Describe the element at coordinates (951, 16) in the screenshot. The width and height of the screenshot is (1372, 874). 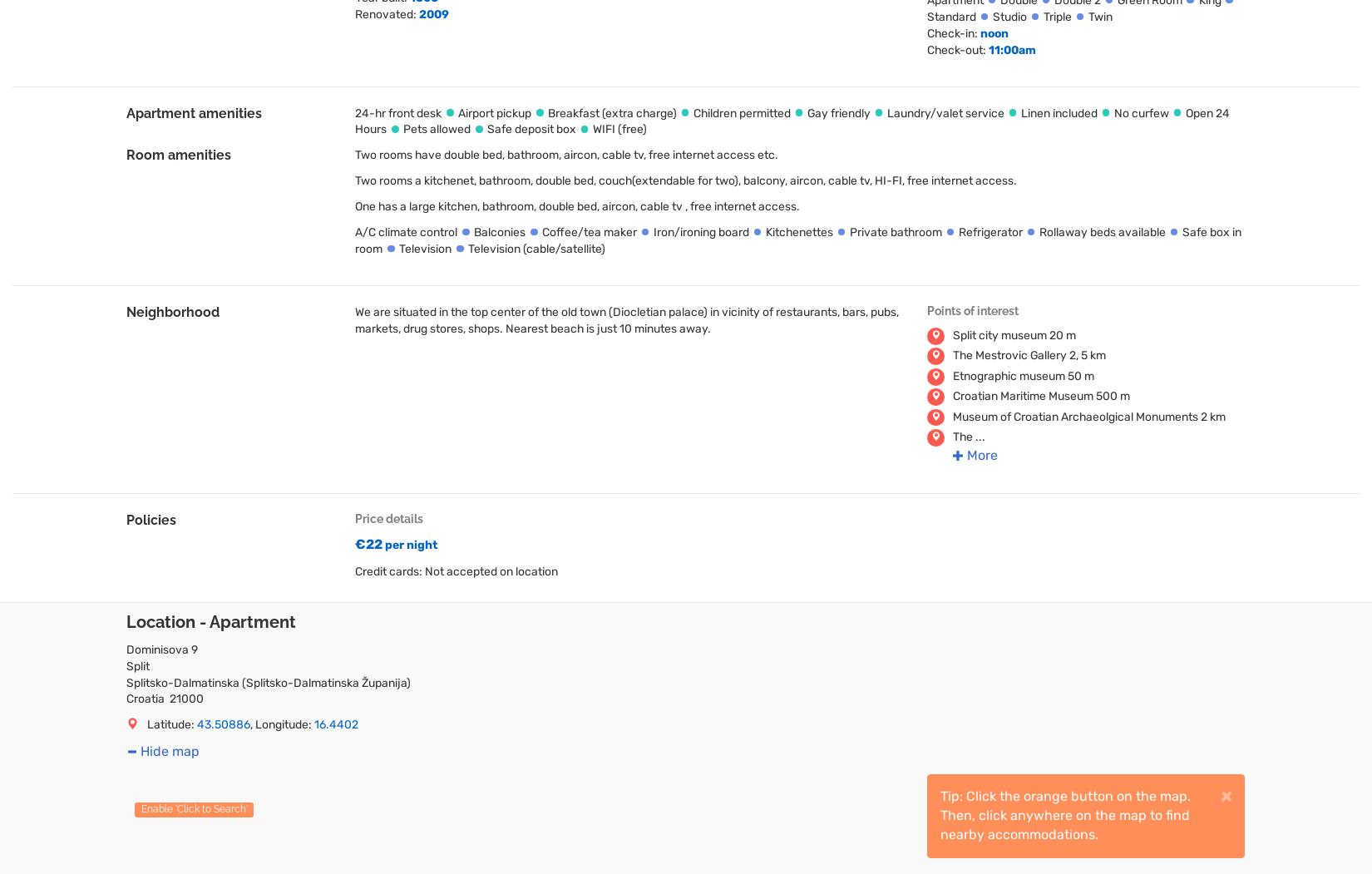
I see `'Standard'` at that location.